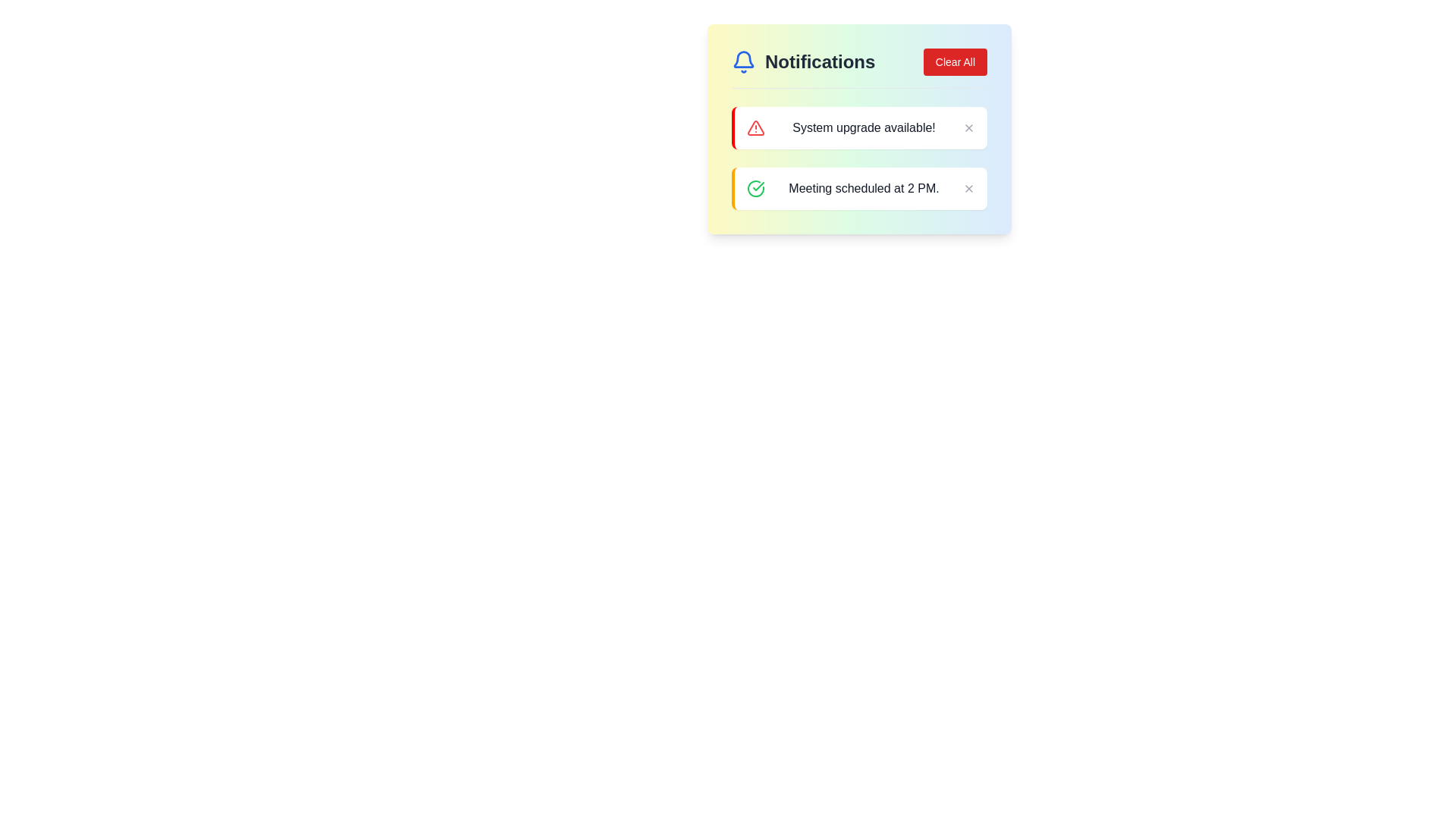 The height and width of the screenshot is (819, 1456). Describe the element at coordinates (743, 61) in the screenshot. I see `the blue outlined bell-shaped icon located next to the 'Notifications' text in the header section` at that location.